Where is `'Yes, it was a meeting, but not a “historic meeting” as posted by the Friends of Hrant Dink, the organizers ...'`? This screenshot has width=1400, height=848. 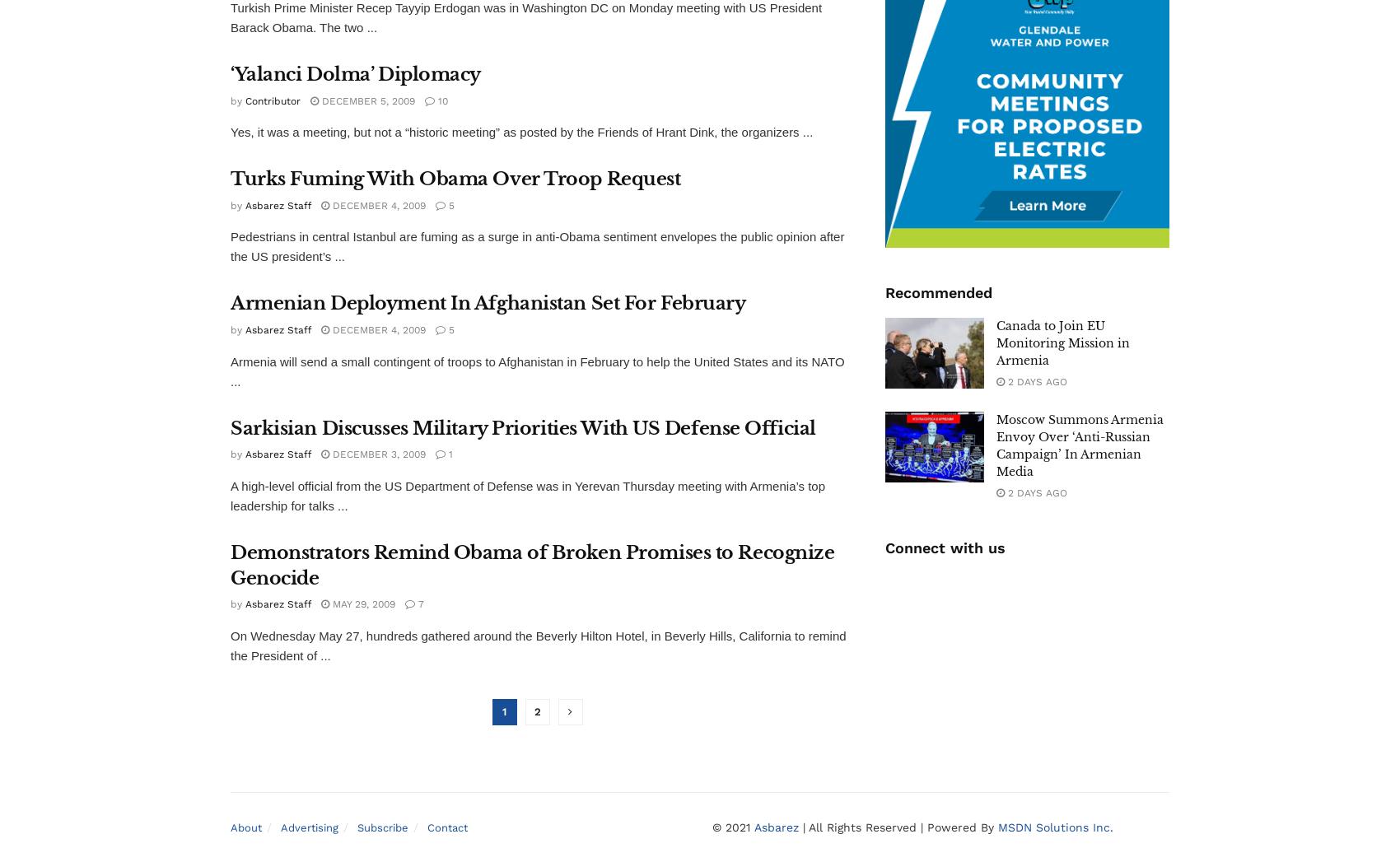
'Yes, it was a meeting, but not a “historic meeting” as posted by the Friends of Hrant Dink, the organizers ...' is located at coordinates (520, 131).